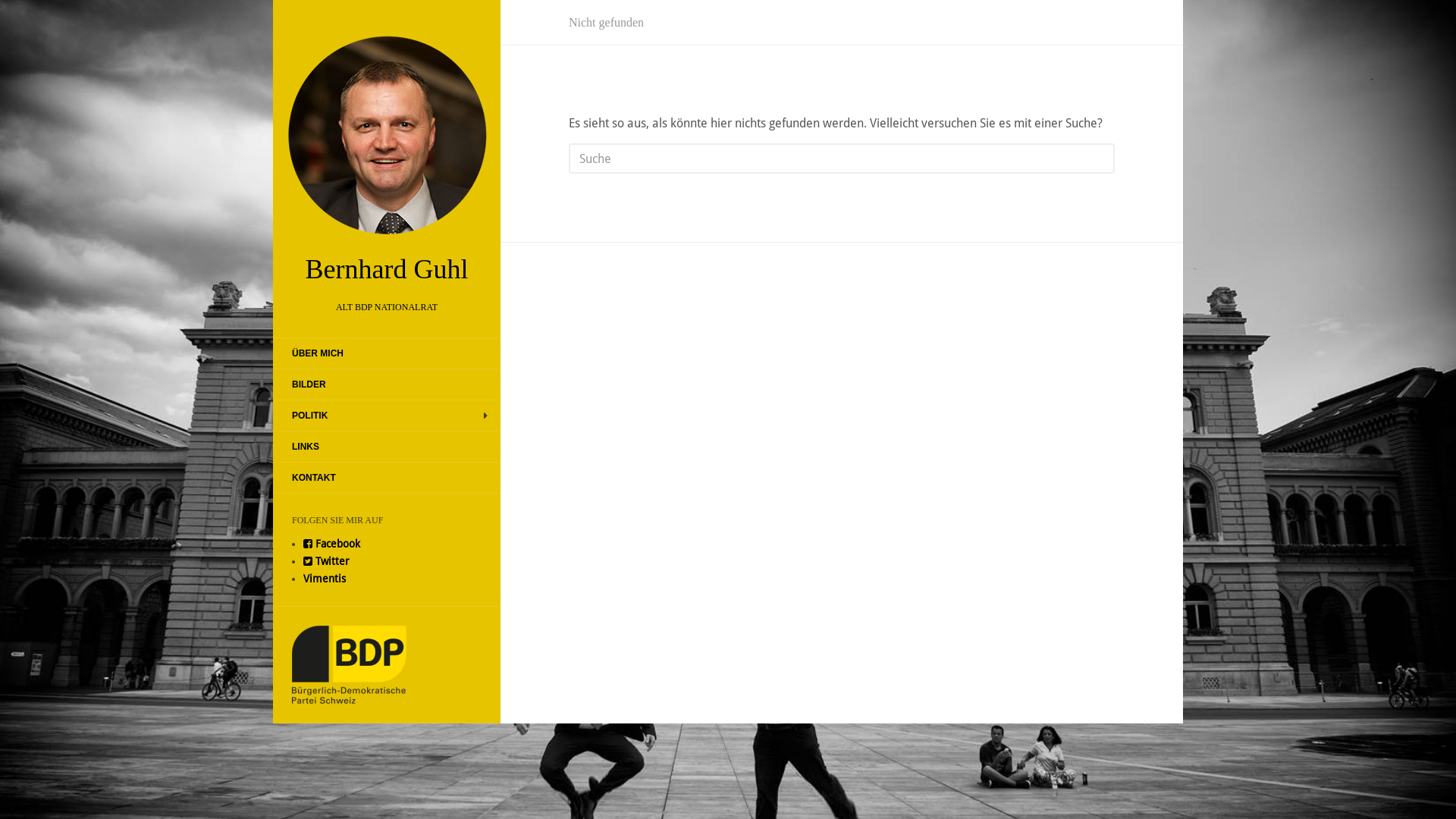  I want to click on 'LINKS', so click(305, 446).